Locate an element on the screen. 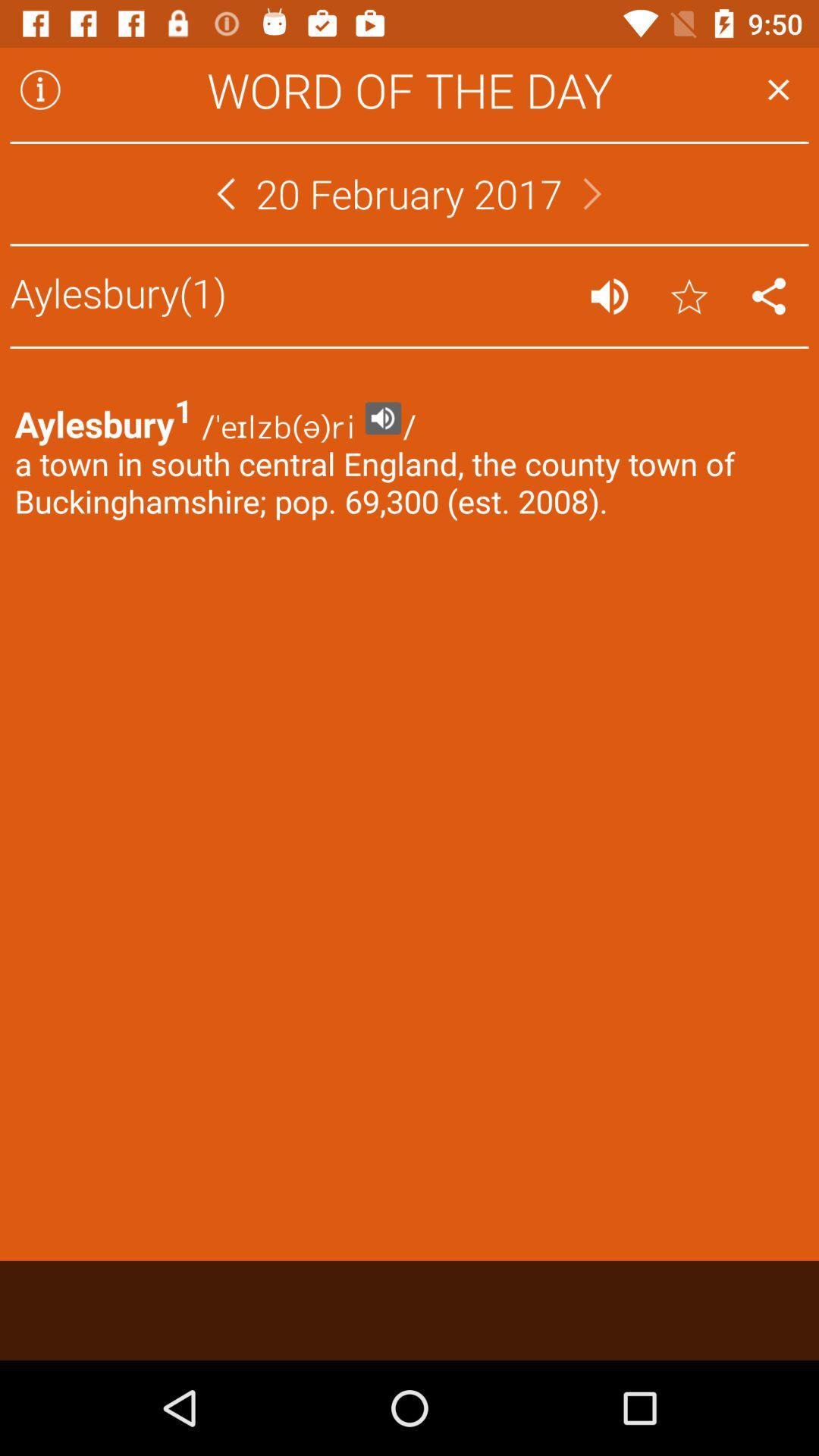 The height and width of the screenshot is (1456, 819). app next to the word of the app is located at coordinates (39, 89).